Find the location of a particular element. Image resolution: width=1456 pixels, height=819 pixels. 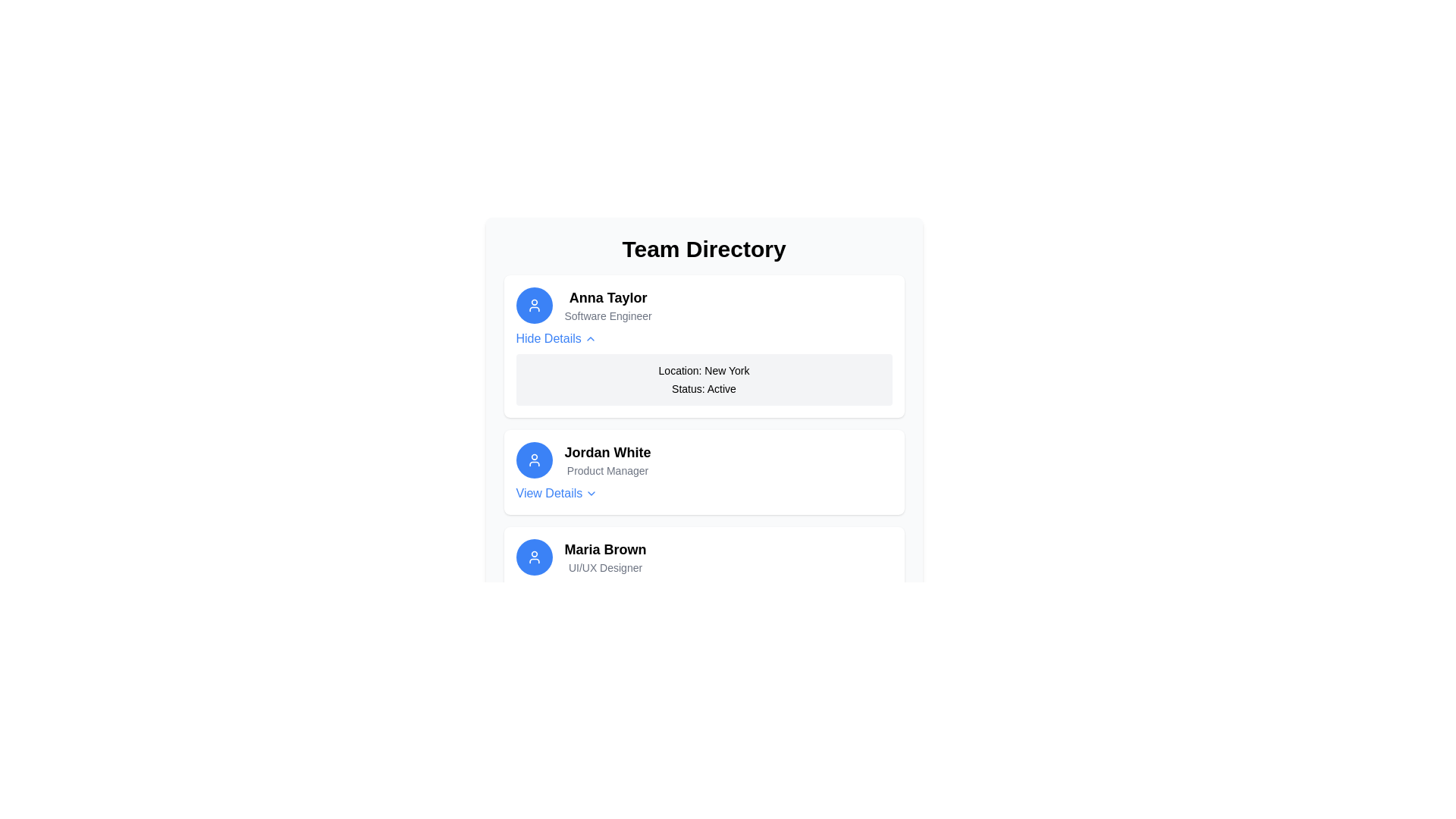

the label indicating the role or position of 'Maria Brown' within the team, located at the bottom of the profile card in the 'Team Directory' section is located at coordinates (604, 567).